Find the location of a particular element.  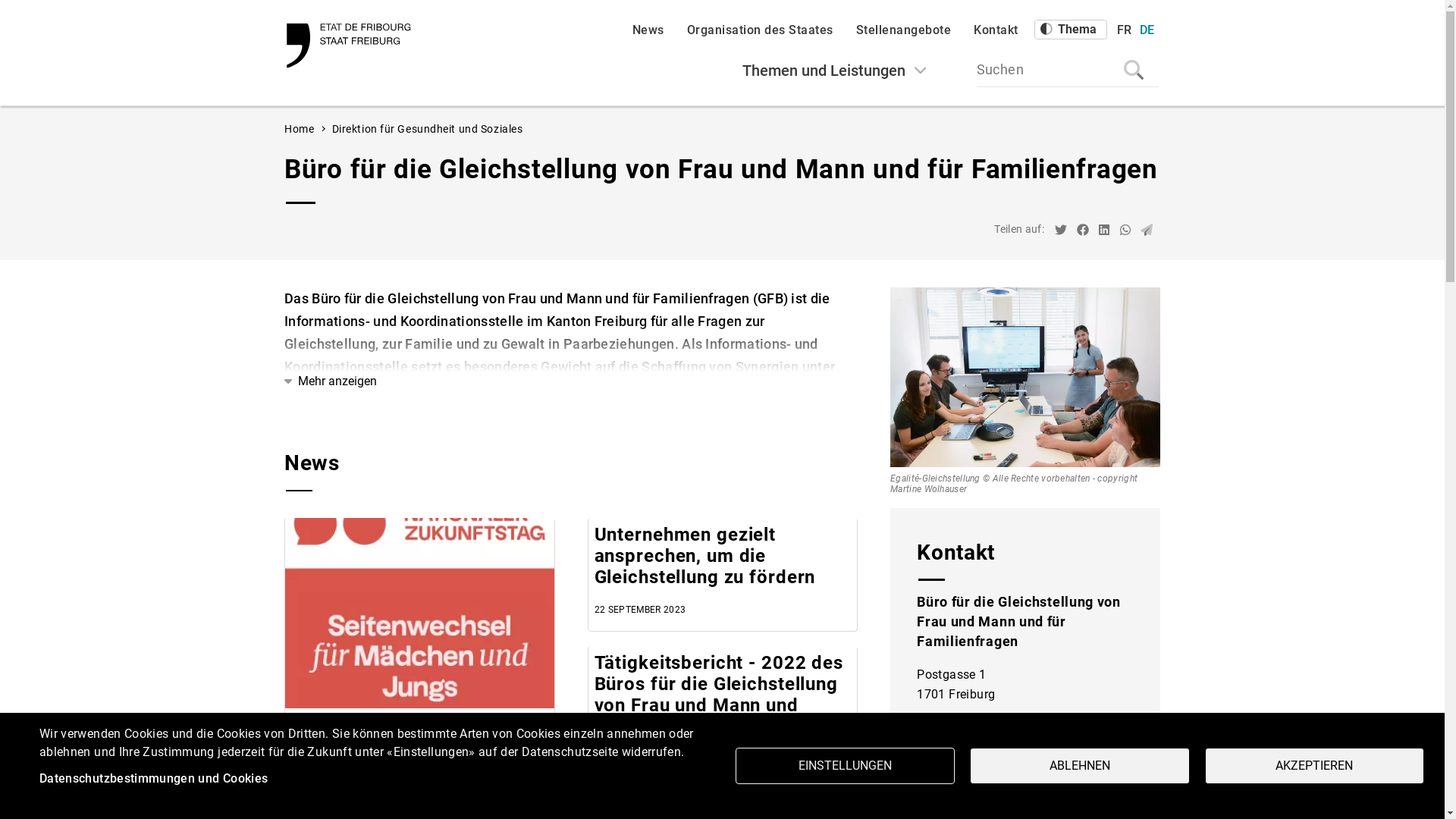

'Thema' is located at coordinates (1069, 29).